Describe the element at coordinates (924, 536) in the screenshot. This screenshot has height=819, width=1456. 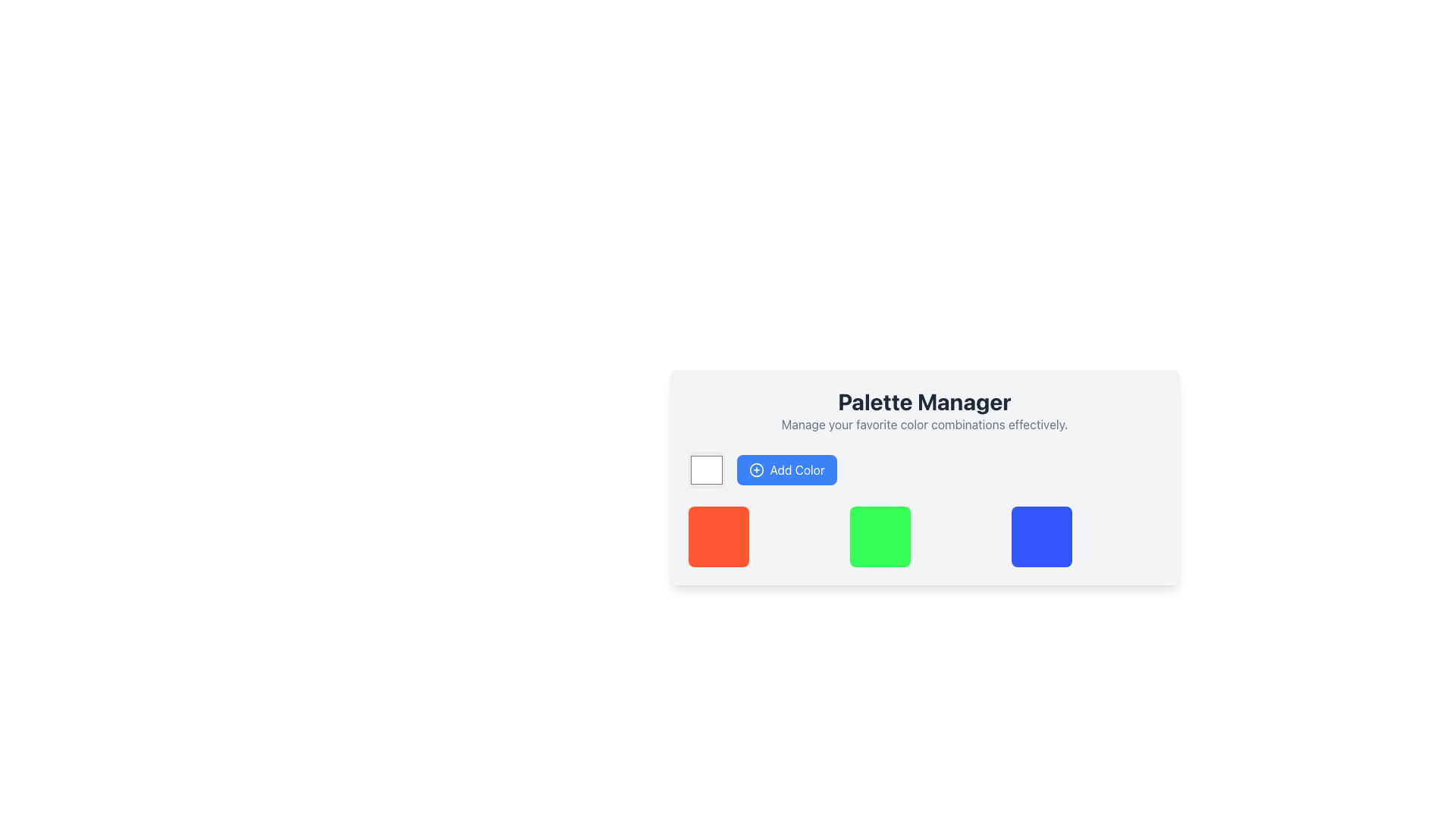
I see `the Color Preview Block, which is a rectangular UI component with a green square on the left and a transparent section on the right, located in the 'Palette Manager' between a red square and a blue square` at that location.